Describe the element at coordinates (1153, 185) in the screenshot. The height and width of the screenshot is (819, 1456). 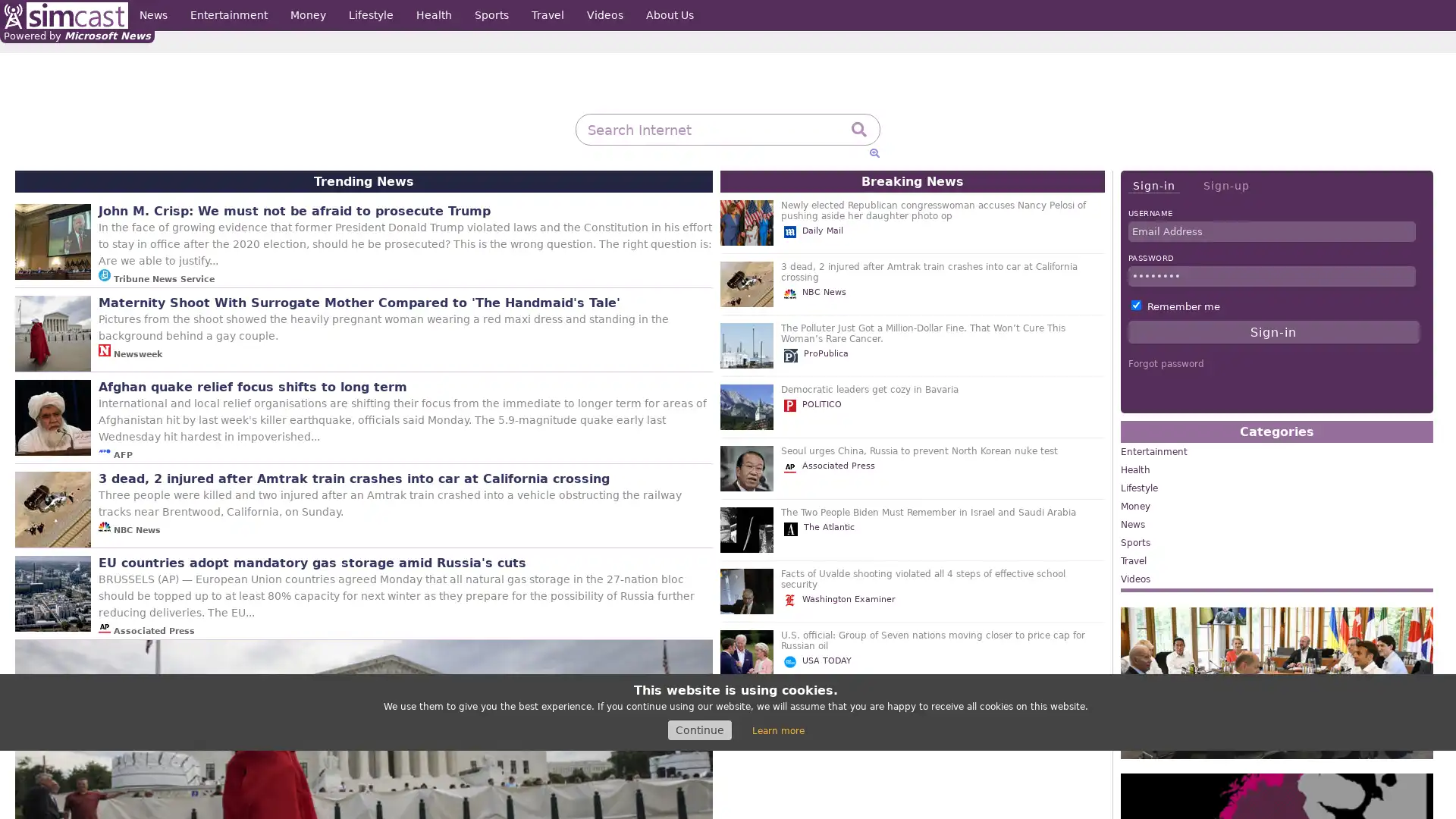
I see `Sign-in` at that location.